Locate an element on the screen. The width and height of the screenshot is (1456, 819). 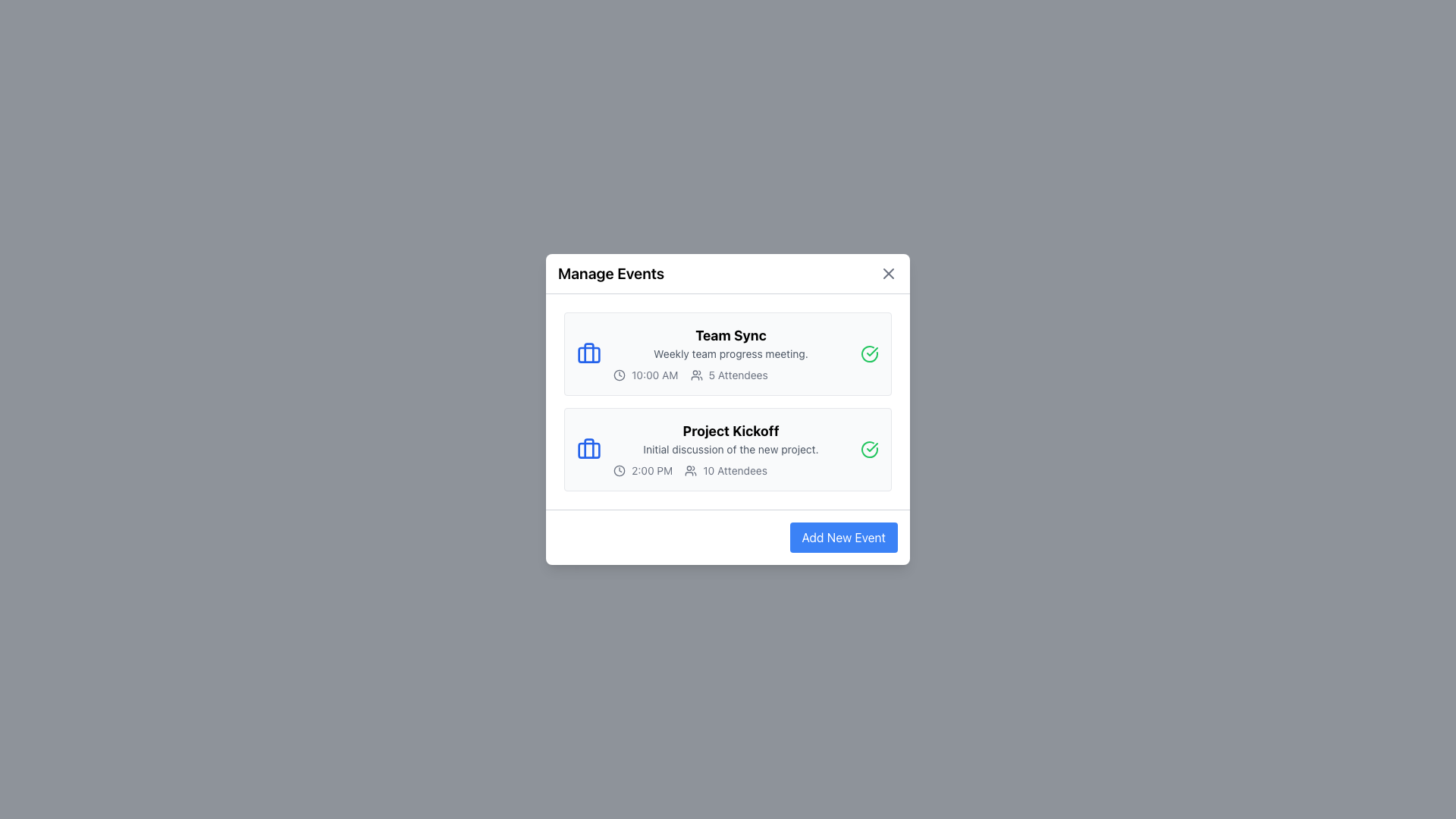
the text element displaying '10:00 AM 5 Attendees', which is located below the 'Team Sync' header in the meeting summary card is located at coordinates (731, 375).